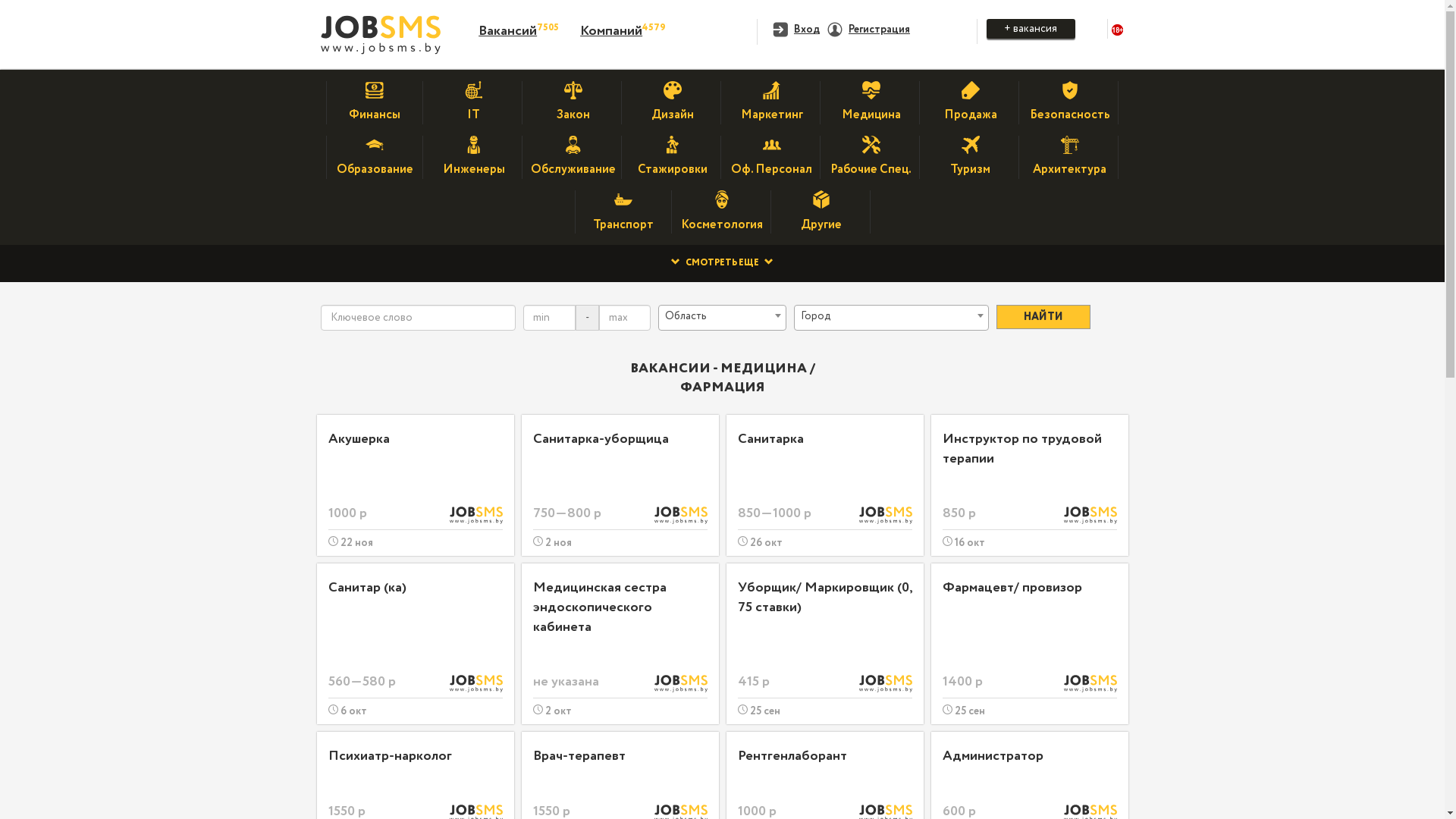 Image resolution: width=1456 pixels, height=819 pixels. Describe the element at coordinates (472, 106) in the screenshot. I see `'IT'` at that location.